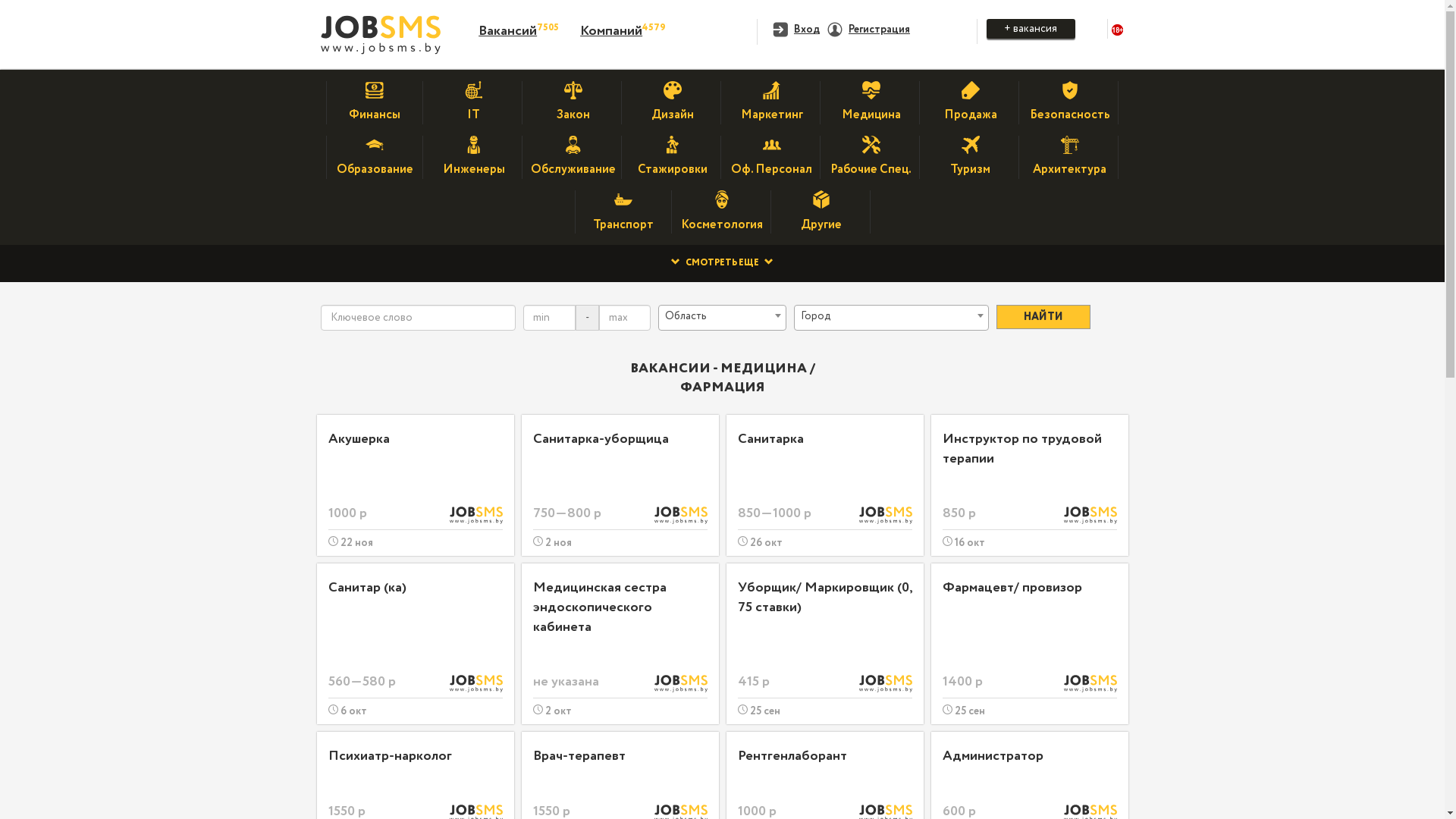 Image resolution: width=1456 pixels, height=819 pixels. Describe the element at coordinates (472, 106) in the screenshot. I see `'IT'` at that location.